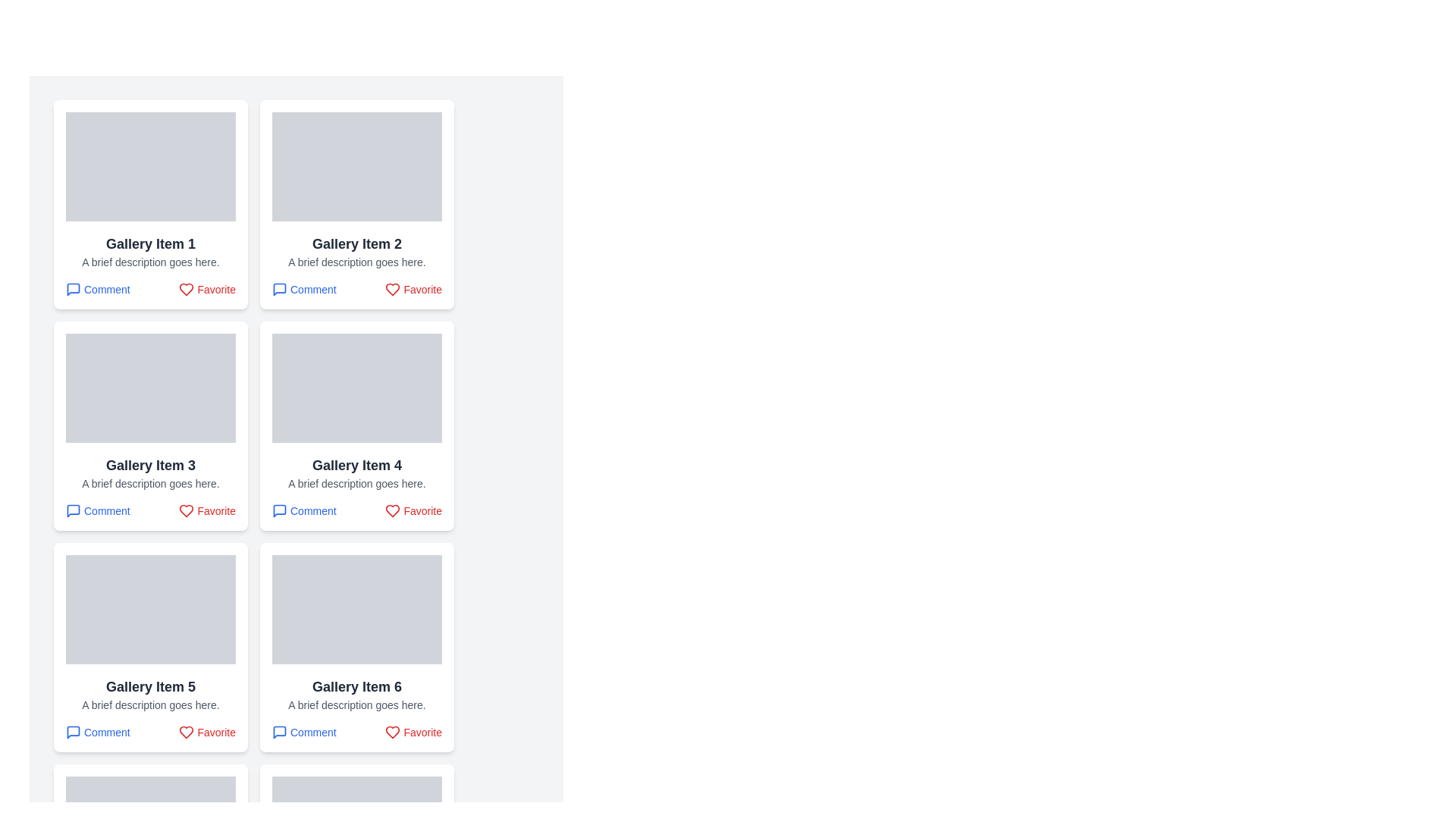 The image size is (1456, 819). I want to click on the red heart icon associated with Gallery Item 3 to possibly display a tooltip, so click(186, 511).